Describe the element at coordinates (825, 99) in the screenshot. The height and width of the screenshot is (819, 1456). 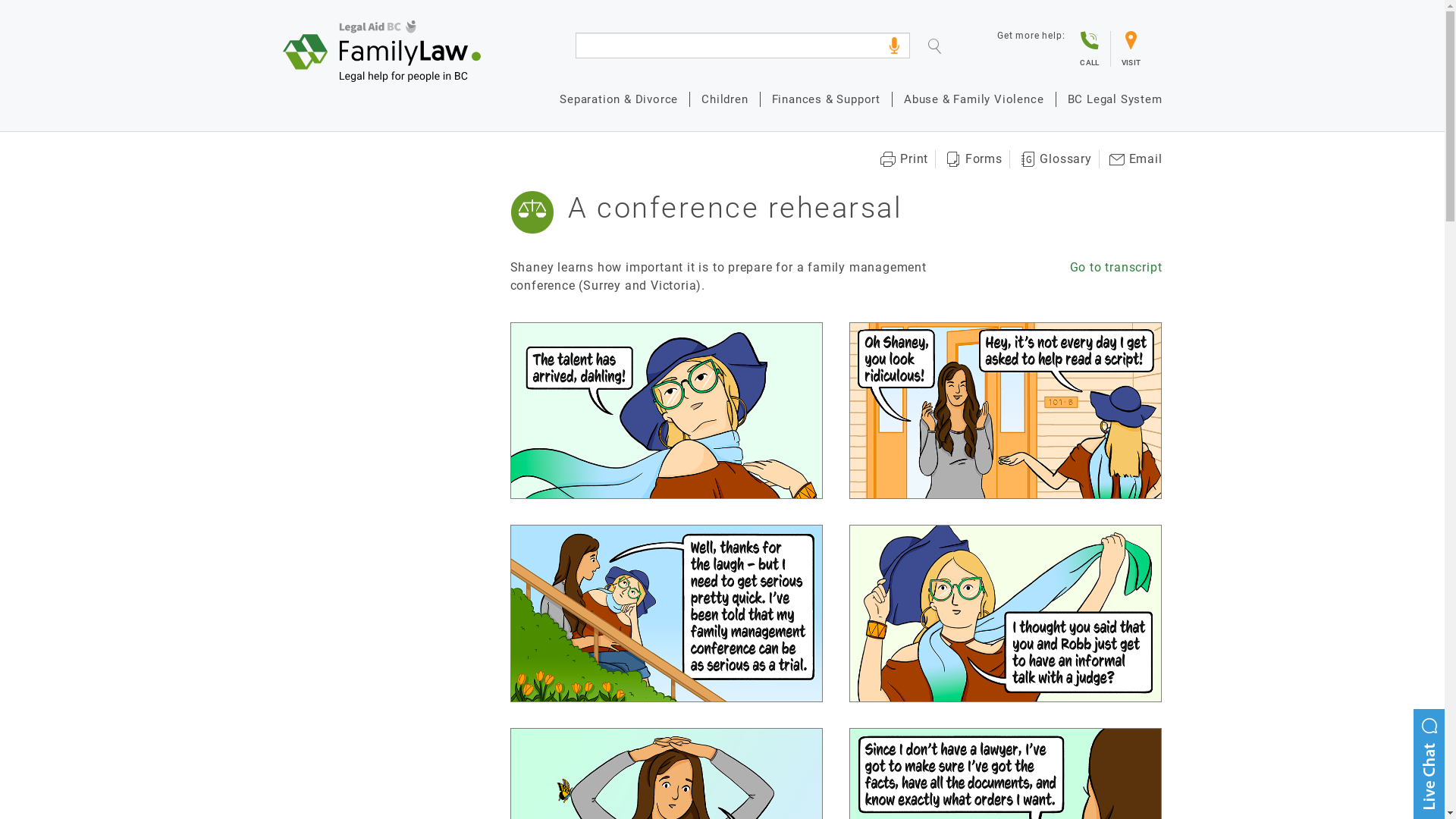
I see `'Finances & Support'` at that location.